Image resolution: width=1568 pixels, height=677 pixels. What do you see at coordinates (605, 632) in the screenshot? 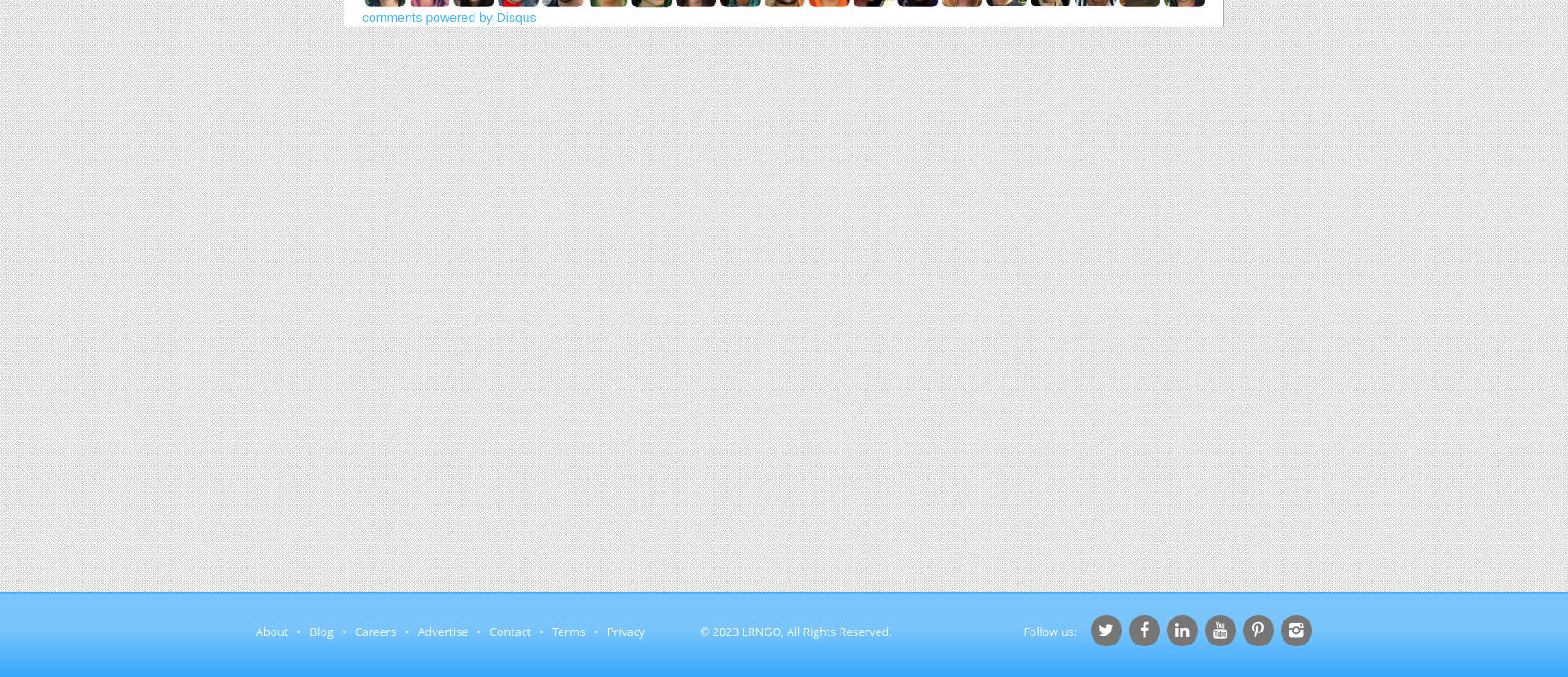
I see `'Privacy'` at bounding box center [605, 632].